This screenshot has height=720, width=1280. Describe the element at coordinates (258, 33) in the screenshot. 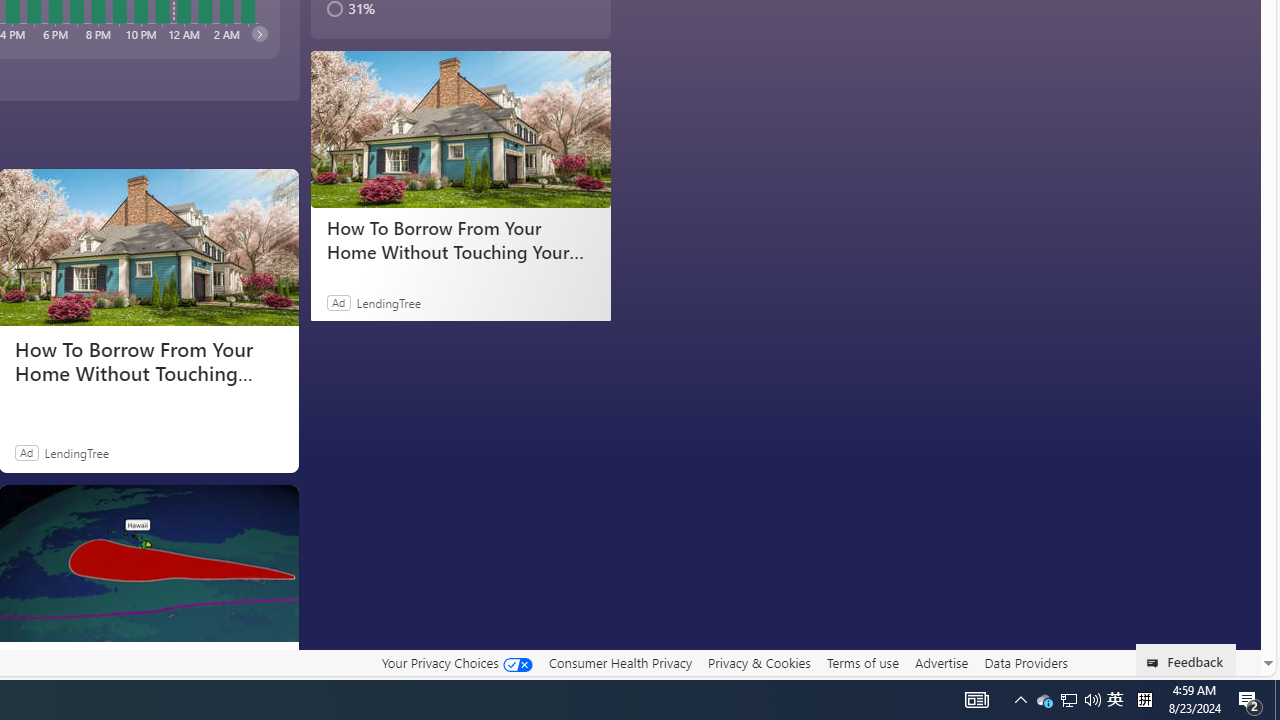

I see `'next'` at that location.